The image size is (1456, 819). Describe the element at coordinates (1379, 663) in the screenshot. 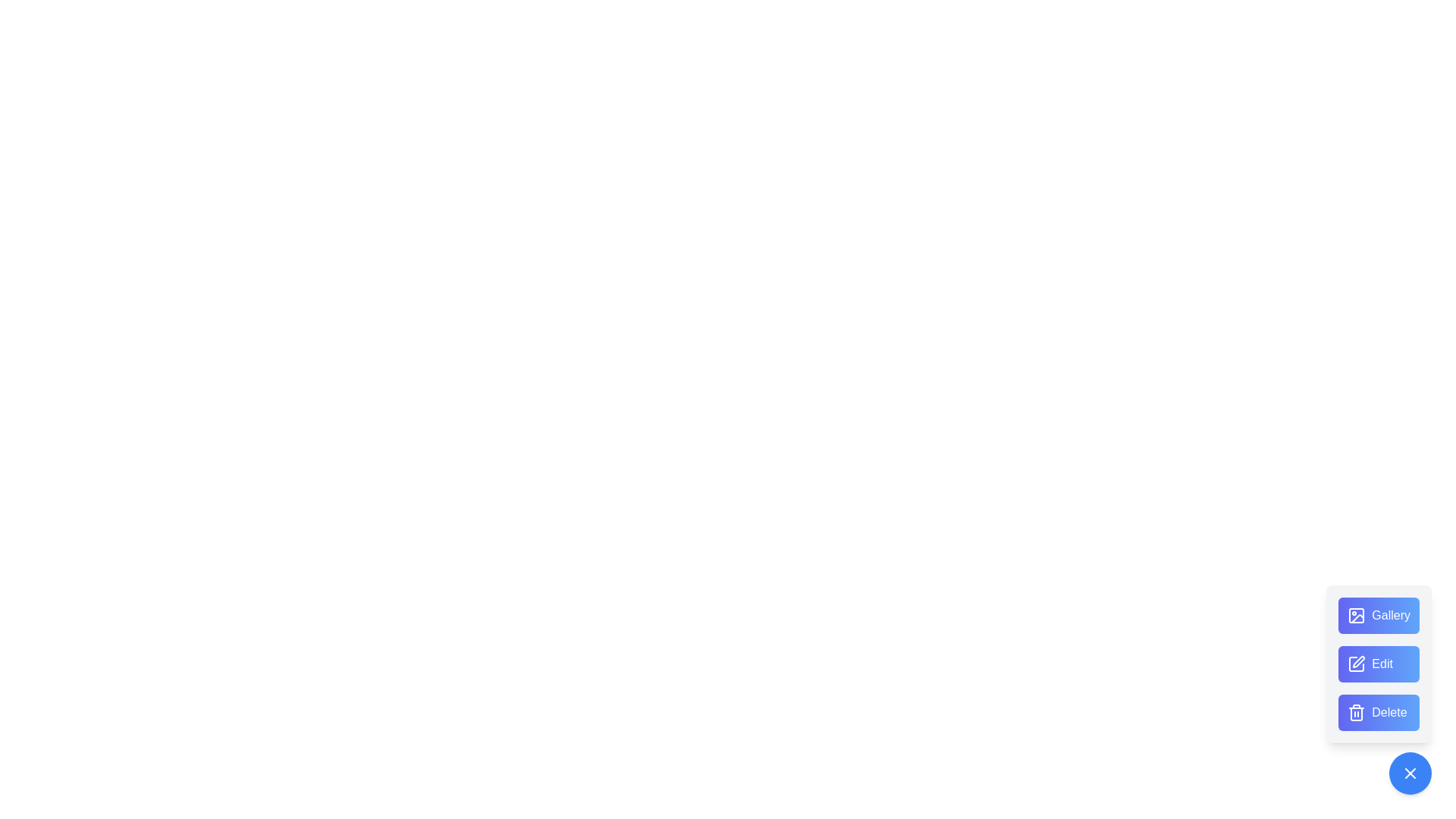

I see `the 'Edit' button to access editing features` at that location.